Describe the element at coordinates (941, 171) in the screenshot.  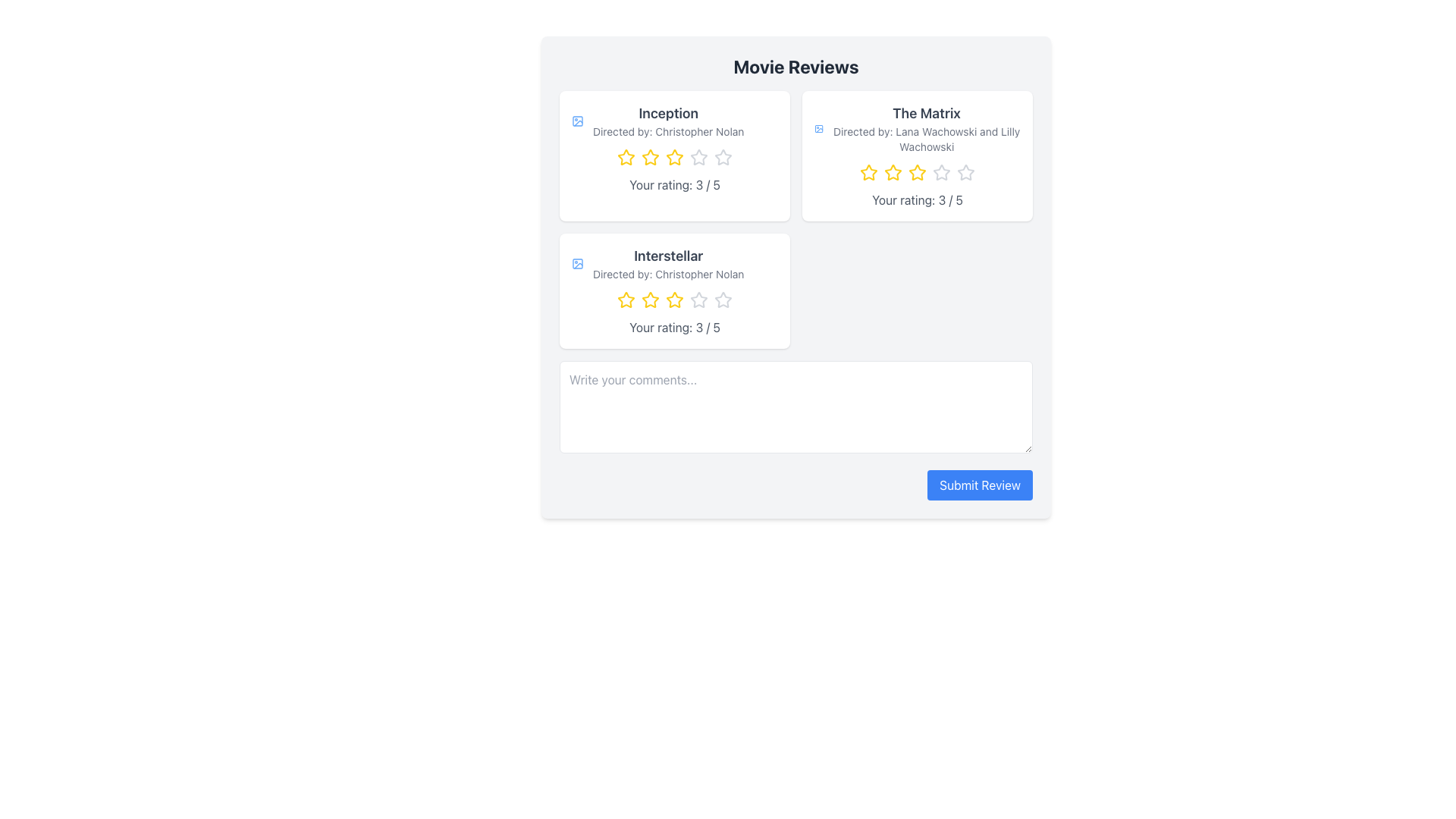
I see `the third star in the interactive rating system located in the review section labeled 'The Matrix'` at that location.